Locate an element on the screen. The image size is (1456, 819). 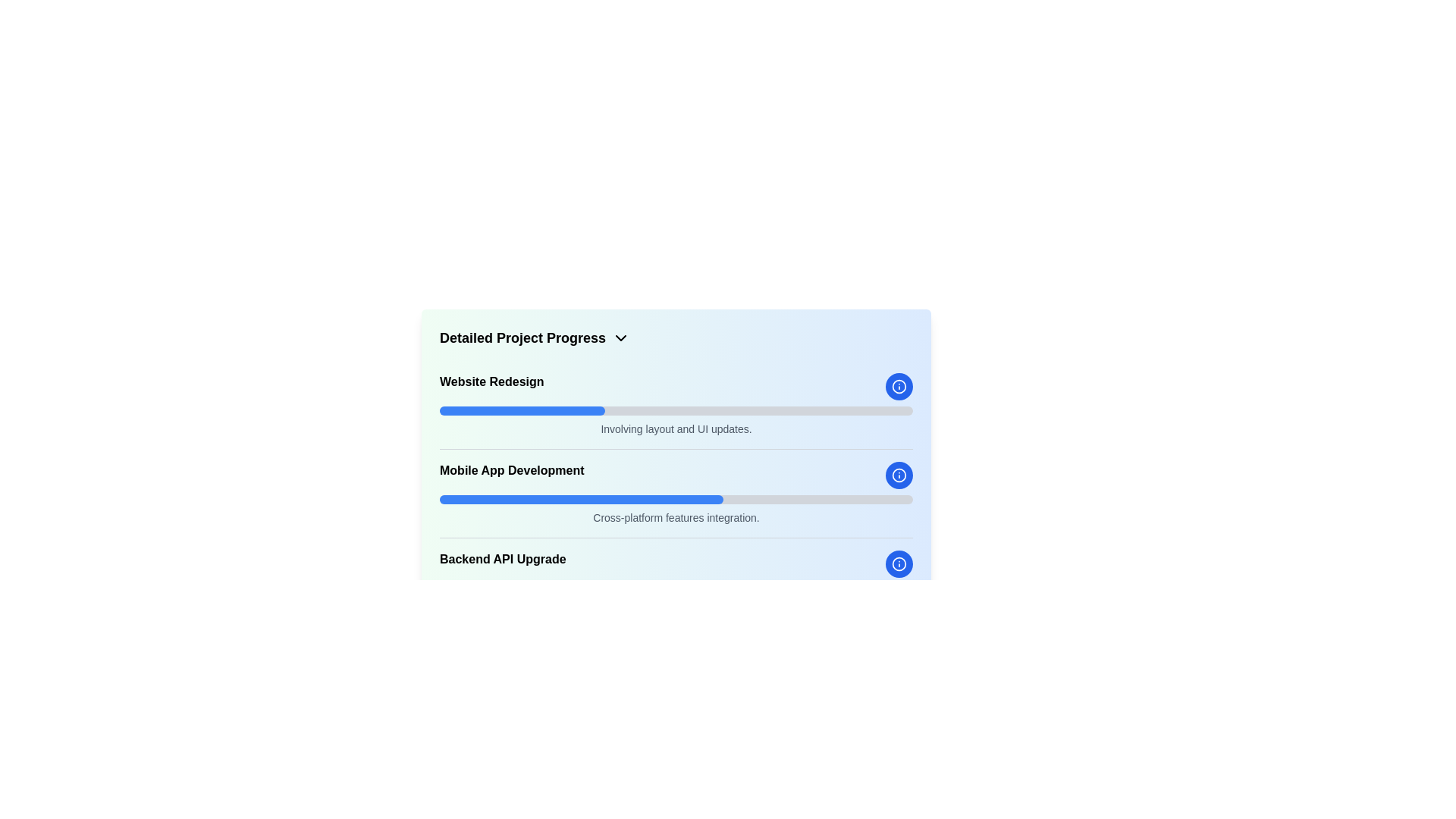
the information button icon, which is a circular button with a blue background located to the right of the 'Mobile App Development' section is located at coordinates (899, 385).